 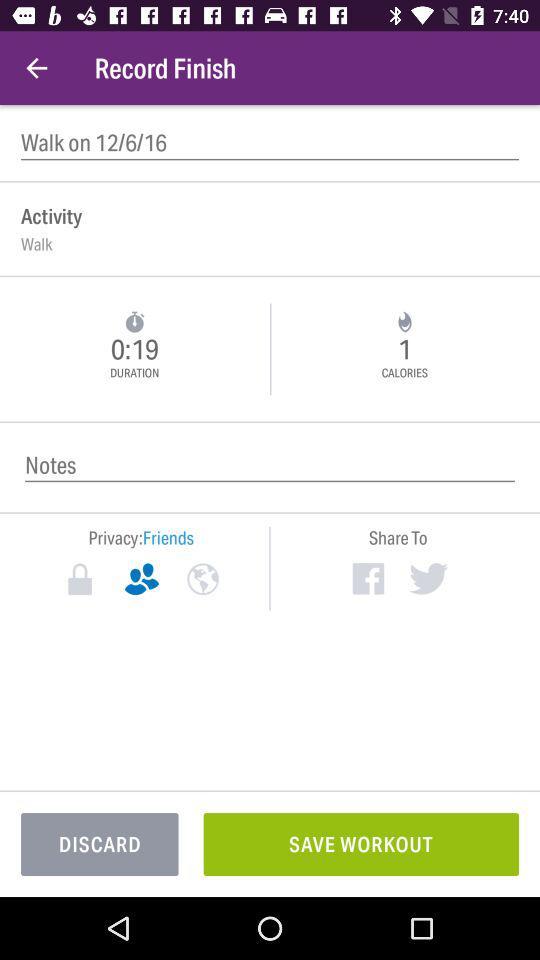 I want to click on the icon next to the record finish item, so click(x=36, y=68).